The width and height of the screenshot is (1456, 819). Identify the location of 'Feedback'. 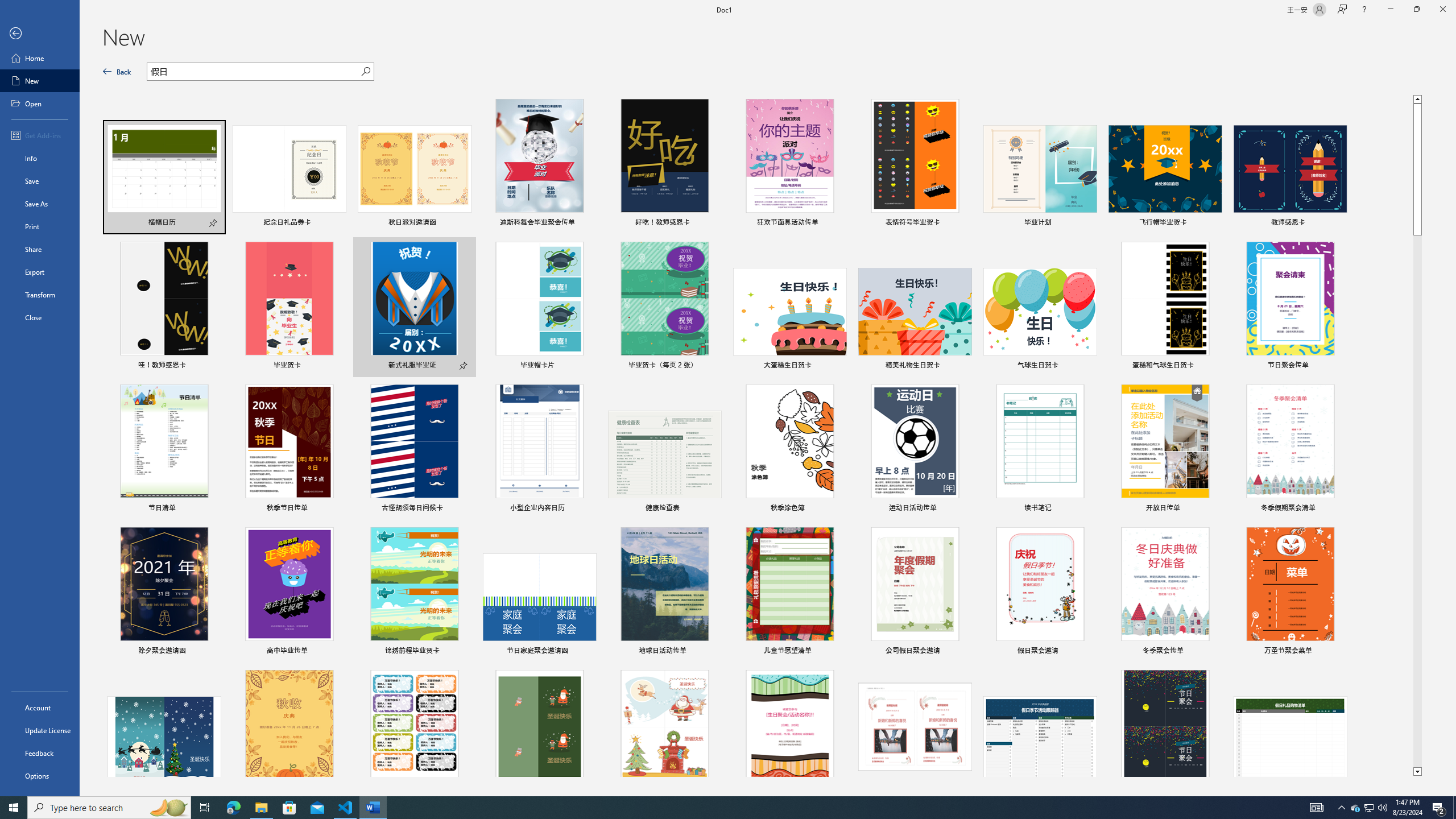
(39, 753).